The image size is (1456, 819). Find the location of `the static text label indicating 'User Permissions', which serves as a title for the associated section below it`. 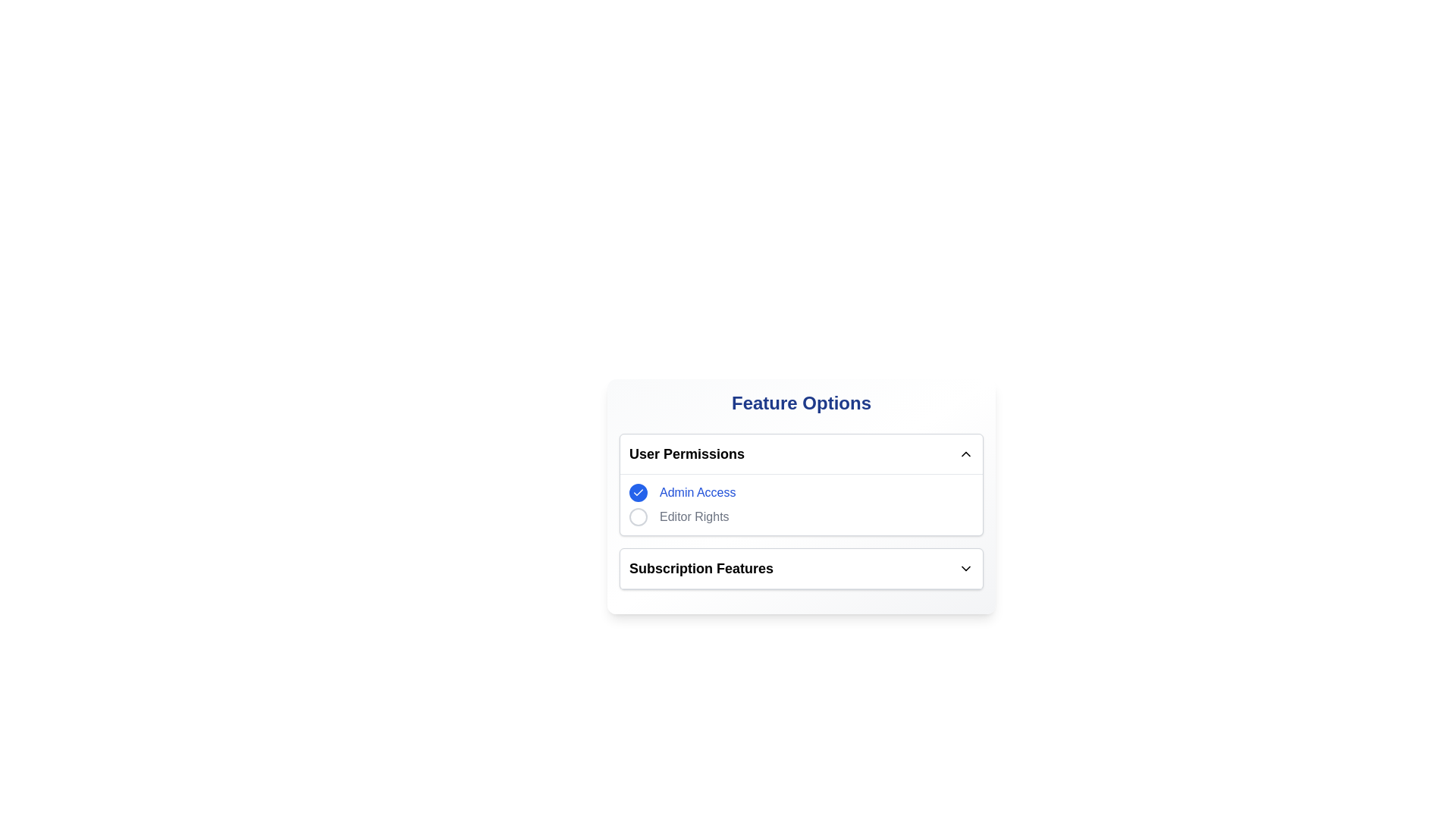

the static text label indicating 'User Permissions', which serves as a title for the associated section below it is located at coordinates (701, 568).